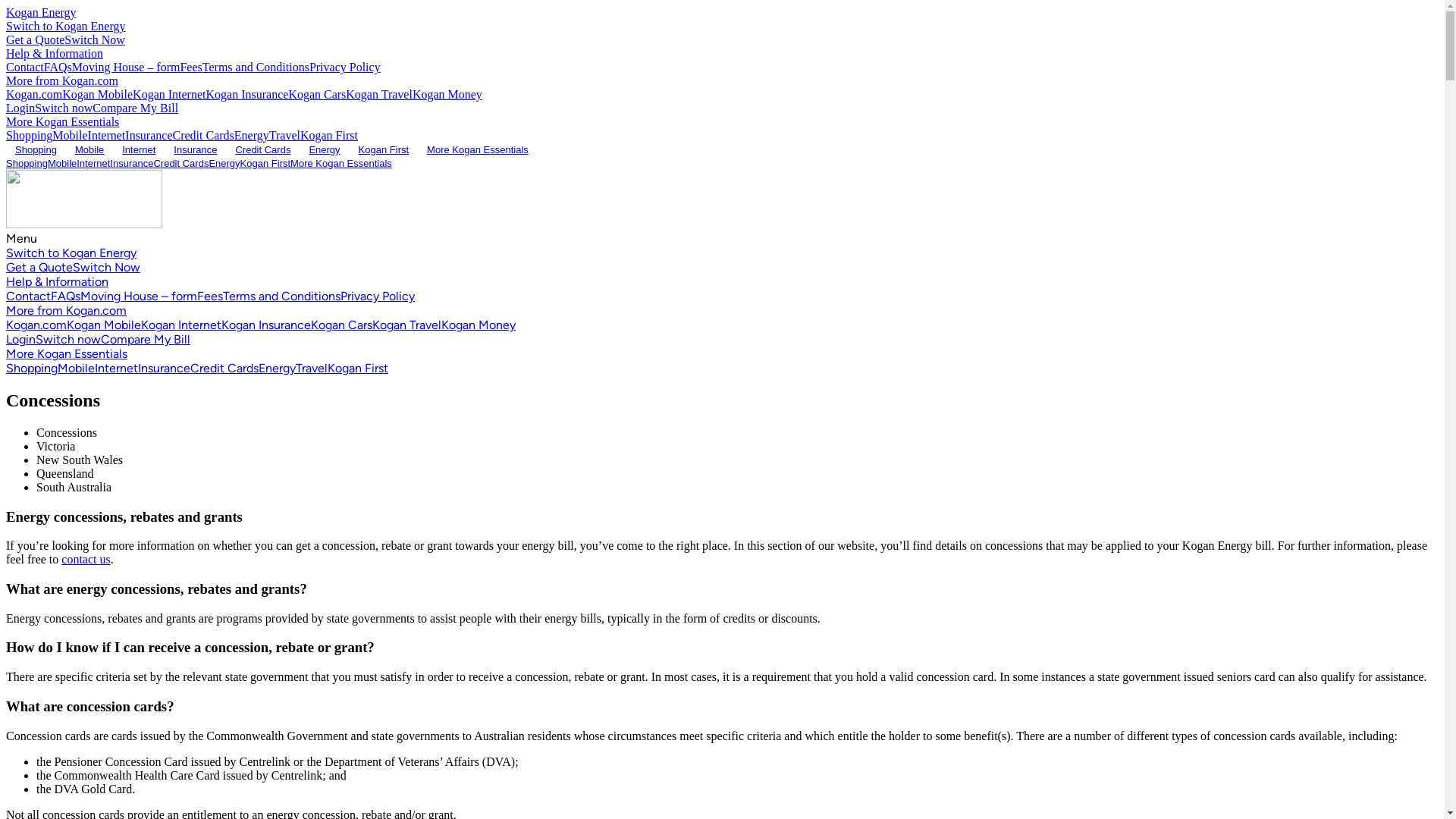 Image resolution: width=1456 pixels, height=819 pixels. Describe the element at coordinates (6, 107) in the screenshot. I see `'Login'` at that location.